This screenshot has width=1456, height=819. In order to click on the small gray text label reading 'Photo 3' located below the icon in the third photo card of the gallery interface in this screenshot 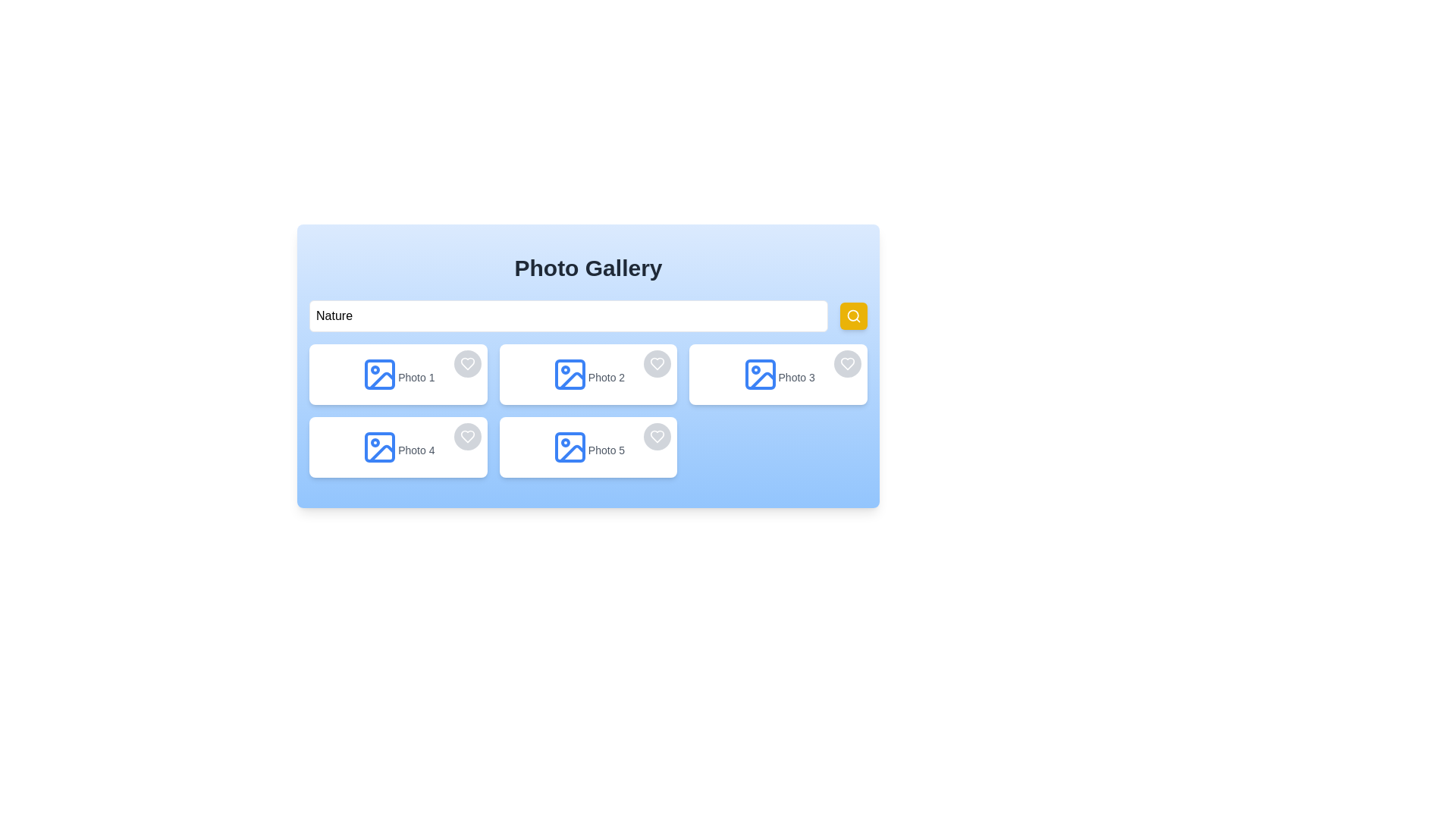, I will do `click(795, 376)`.